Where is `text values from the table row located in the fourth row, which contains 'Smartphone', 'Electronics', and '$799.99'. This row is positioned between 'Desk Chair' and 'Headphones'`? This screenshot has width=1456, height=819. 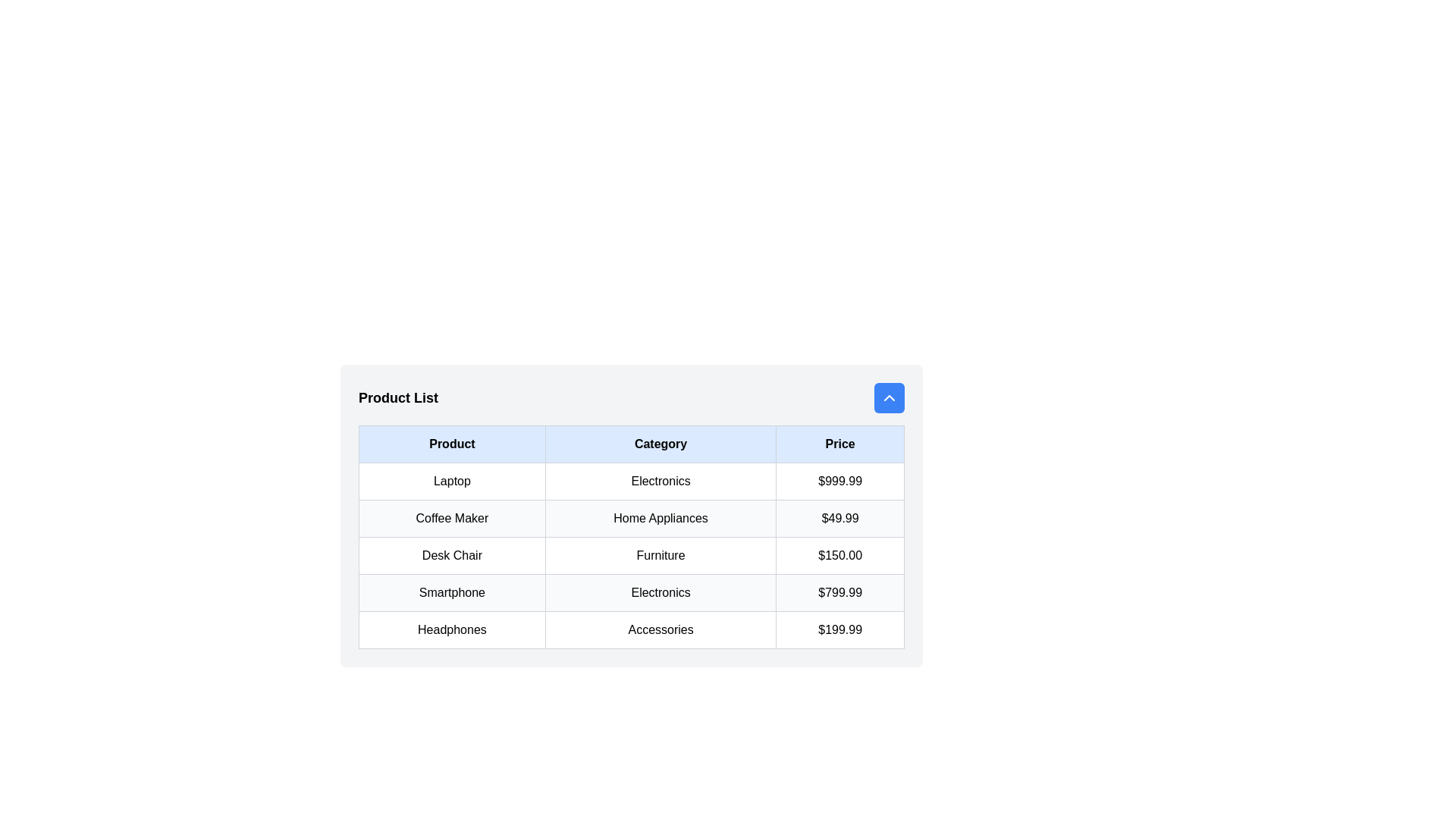
text values from the table row located in the fourth row, which contains 'Smartphone', 'Electronics', and '$799.99'. This row is positioned between 'Desk Chair' and 'Headphones' is located at coordinates (632, 592).